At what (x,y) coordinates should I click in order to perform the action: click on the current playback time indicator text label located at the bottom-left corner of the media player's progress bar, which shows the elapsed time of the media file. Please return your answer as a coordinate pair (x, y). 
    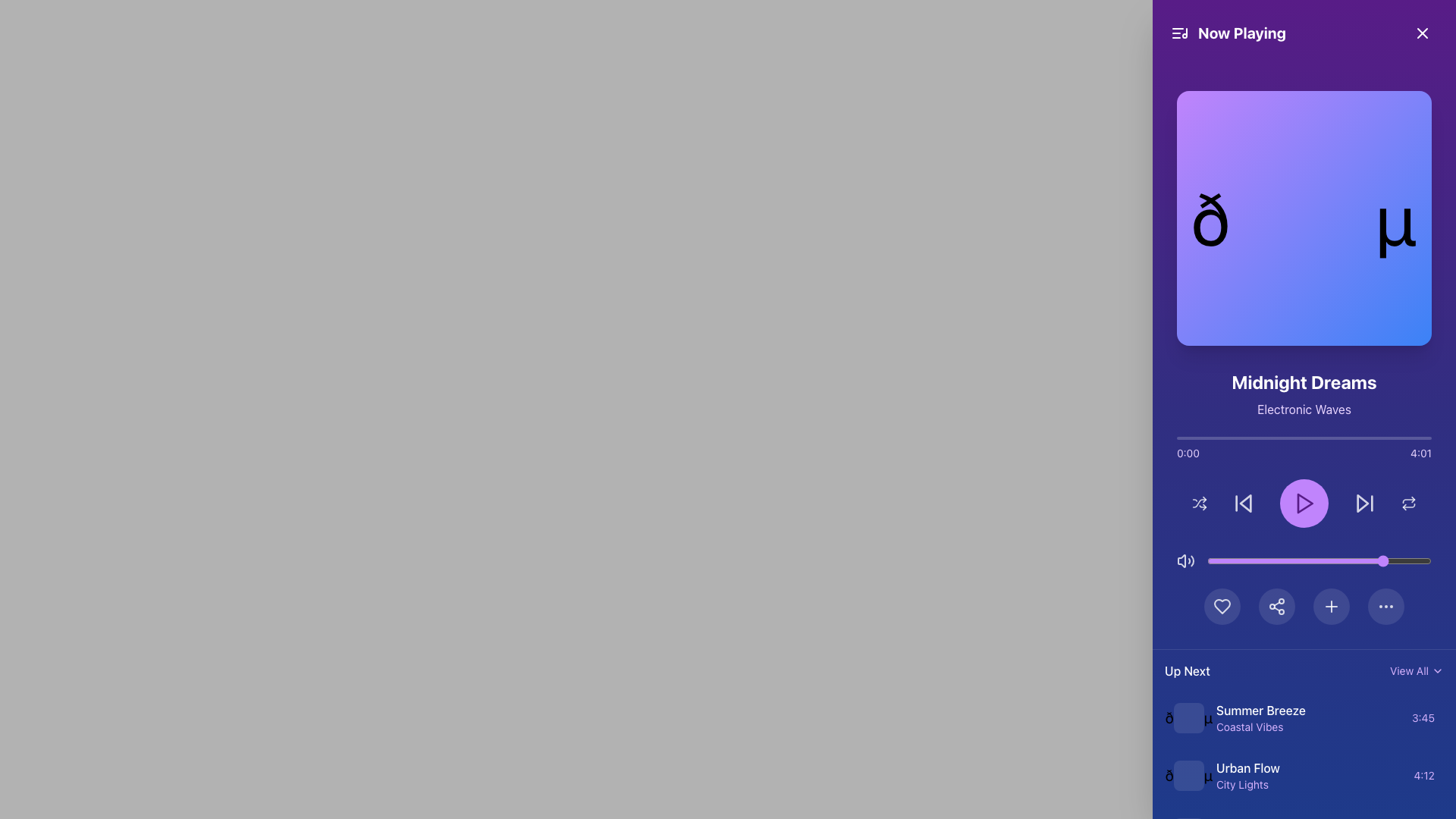
    Looking at the image, I should click on (1188, 452).